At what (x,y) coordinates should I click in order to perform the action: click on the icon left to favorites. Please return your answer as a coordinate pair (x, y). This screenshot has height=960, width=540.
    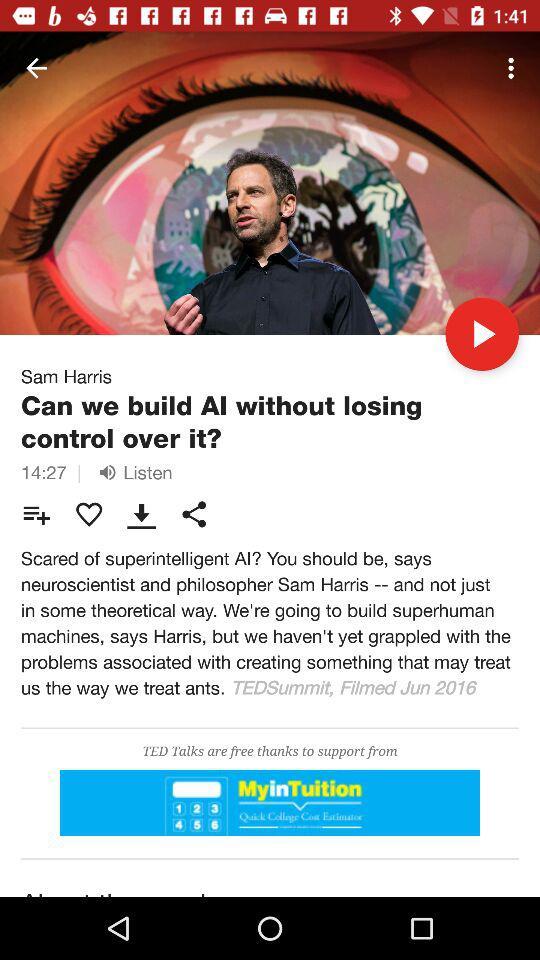
    Looking at the image, I should click on (36, 513).